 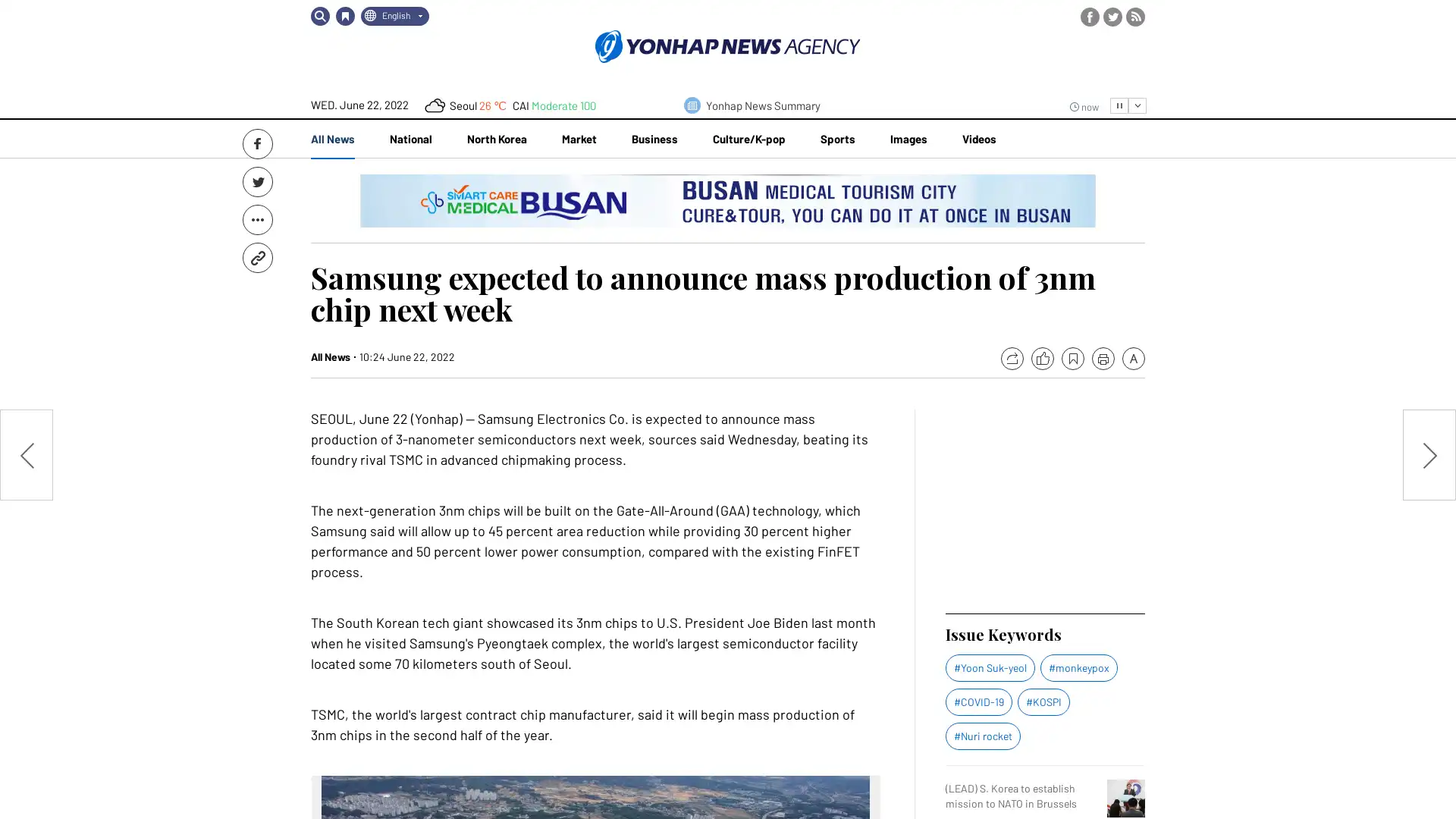 I want to click on SAVE, so click(x=1072, y=359).